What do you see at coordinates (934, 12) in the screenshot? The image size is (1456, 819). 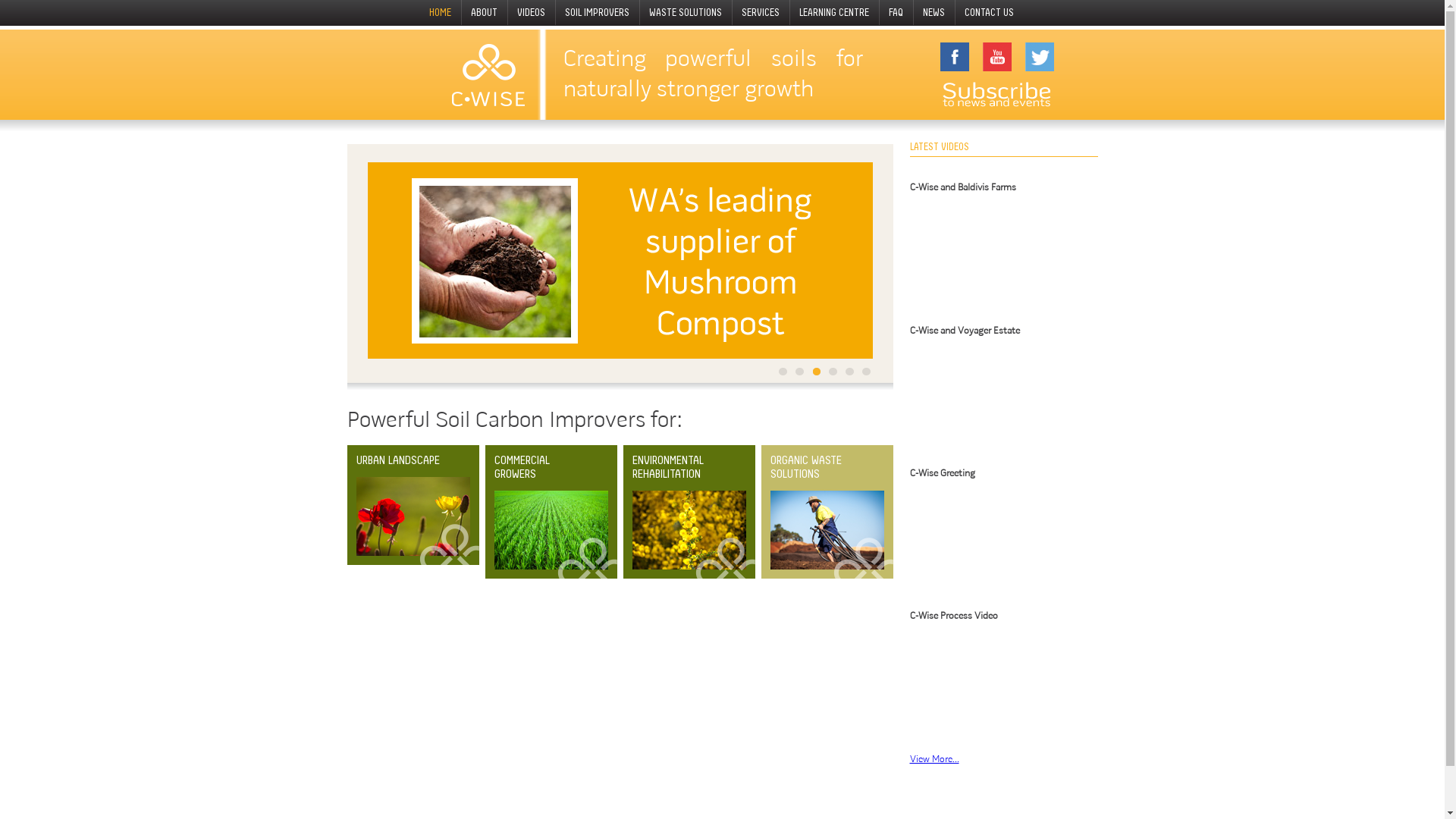 I see `'NEWS'` at bounding box center [934, 12].